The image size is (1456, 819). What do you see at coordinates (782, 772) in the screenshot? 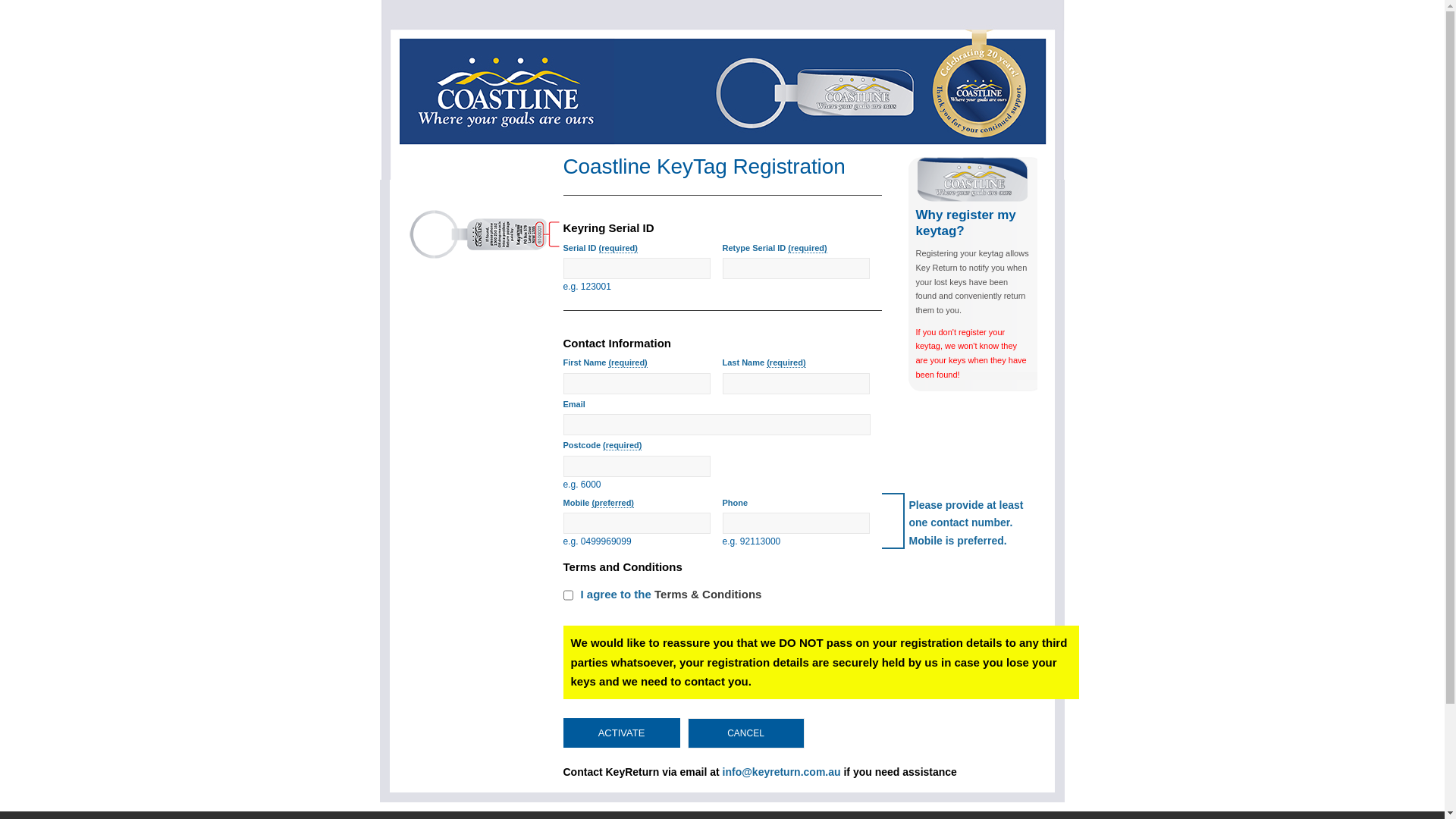
I see `'info@keyreturn.com.au'` at bounding box center [782, 772].